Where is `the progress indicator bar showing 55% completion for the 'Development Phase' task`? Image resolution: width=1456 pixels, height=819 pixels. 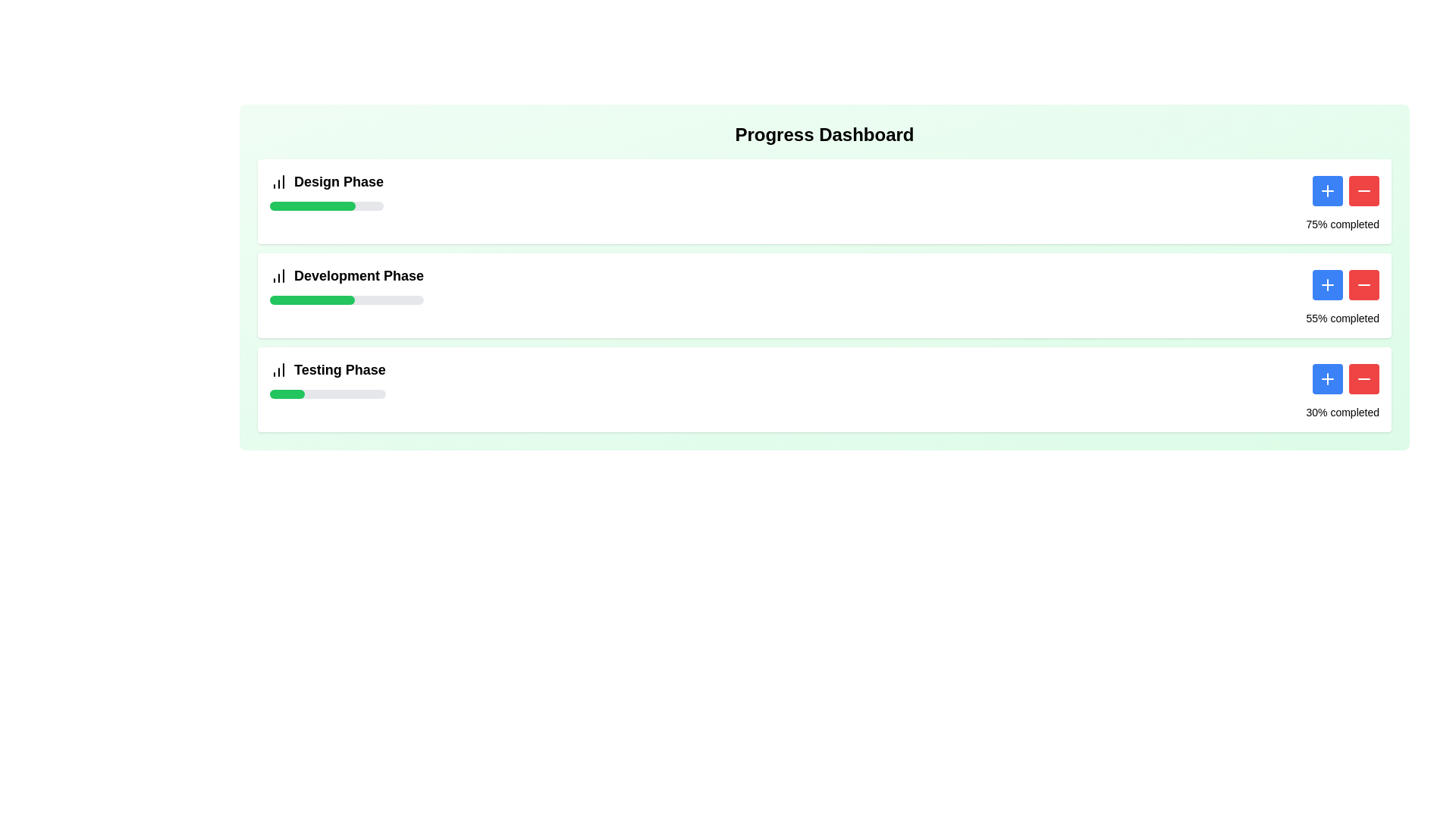
the progress indicator bar showing 55% completion for the 'Development Phase' task is located at coordinates (311, 300).